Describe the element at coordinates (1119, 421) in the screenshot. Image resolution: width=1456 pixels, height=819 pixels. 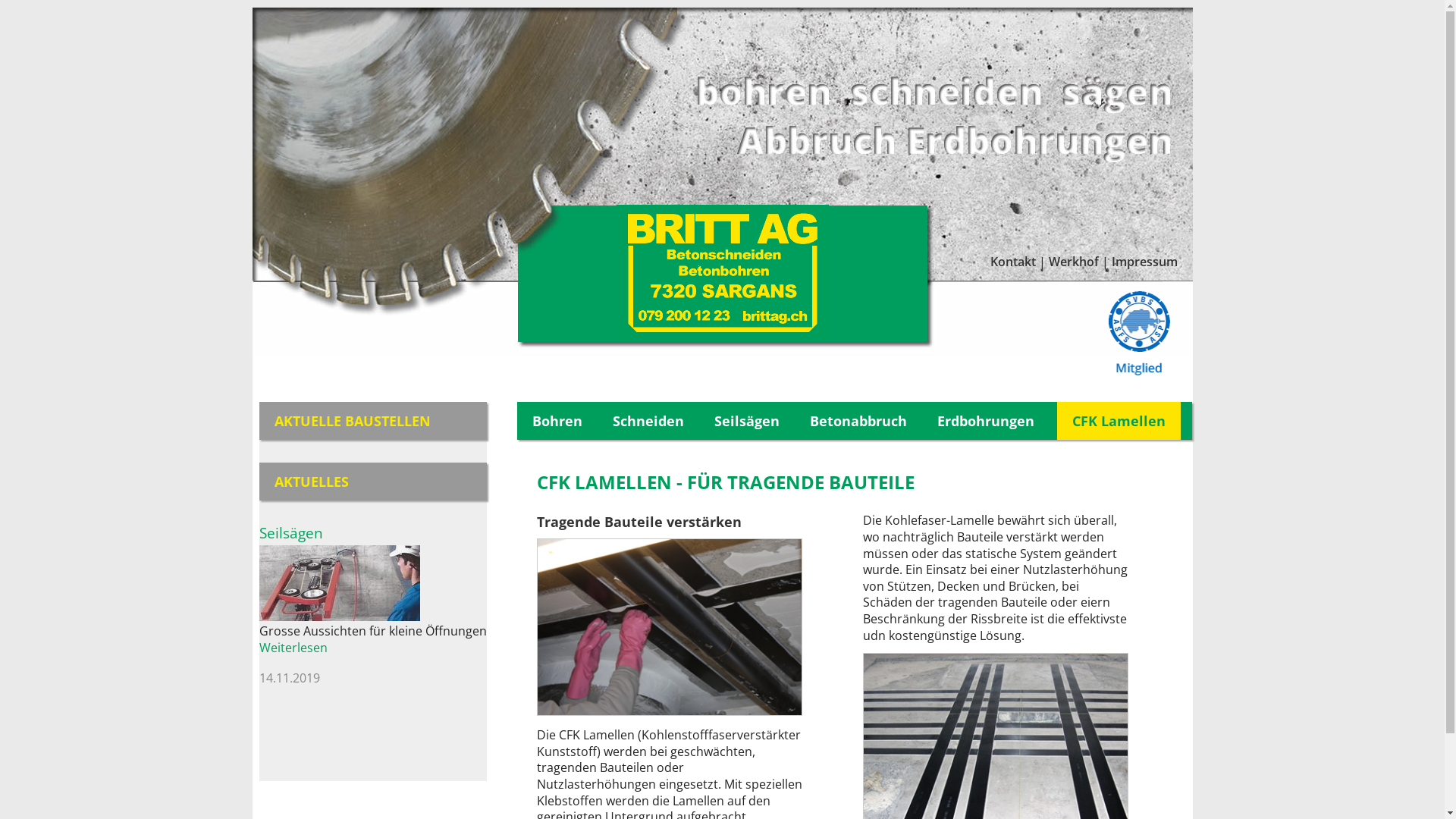
I see `'CFK Lamellen'` at that location.